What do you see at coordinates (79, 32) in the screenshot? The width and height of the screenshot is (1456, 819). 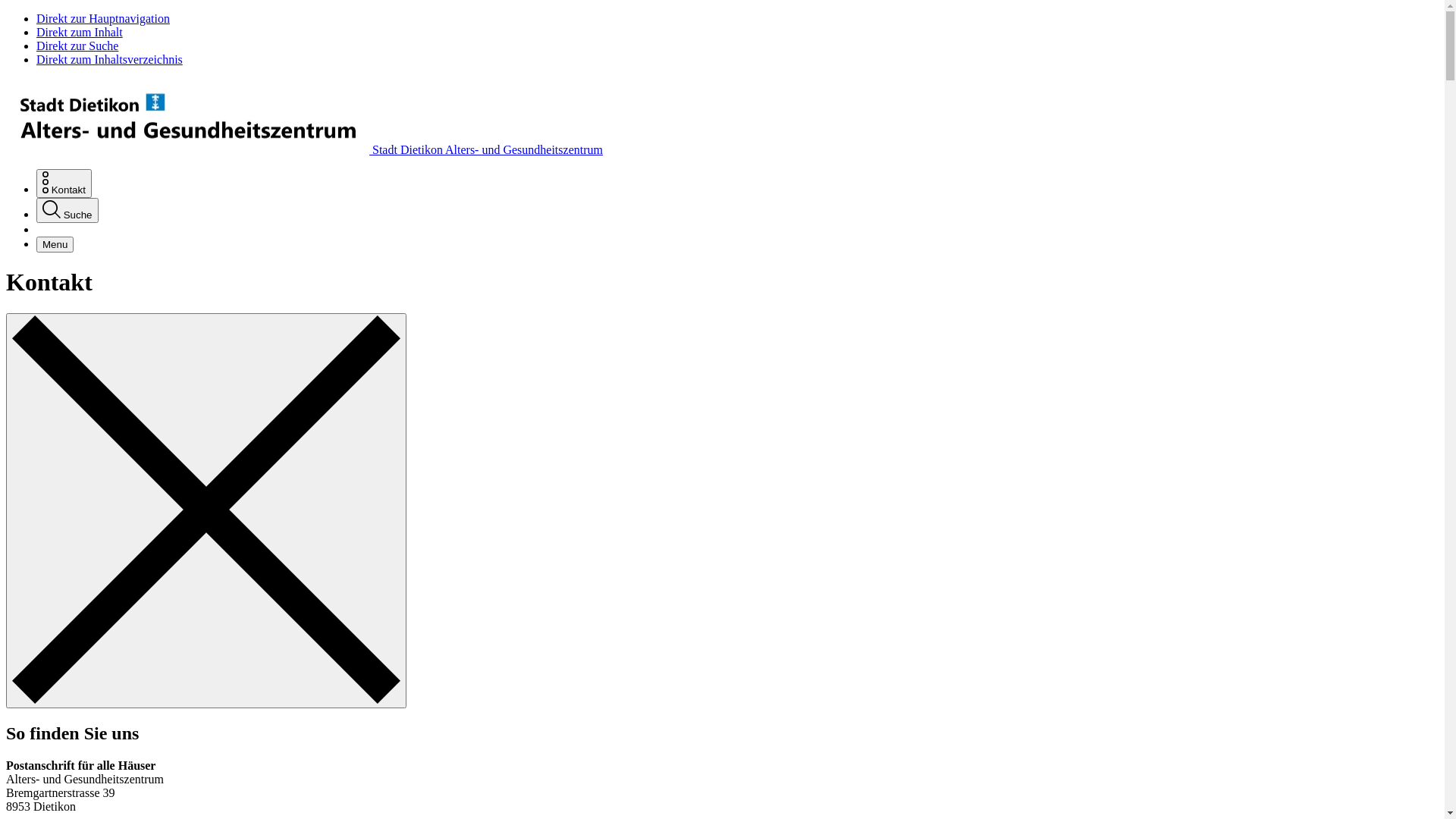 I see `'Direkt zum Inhalt'` at bounding box center [79, 32].